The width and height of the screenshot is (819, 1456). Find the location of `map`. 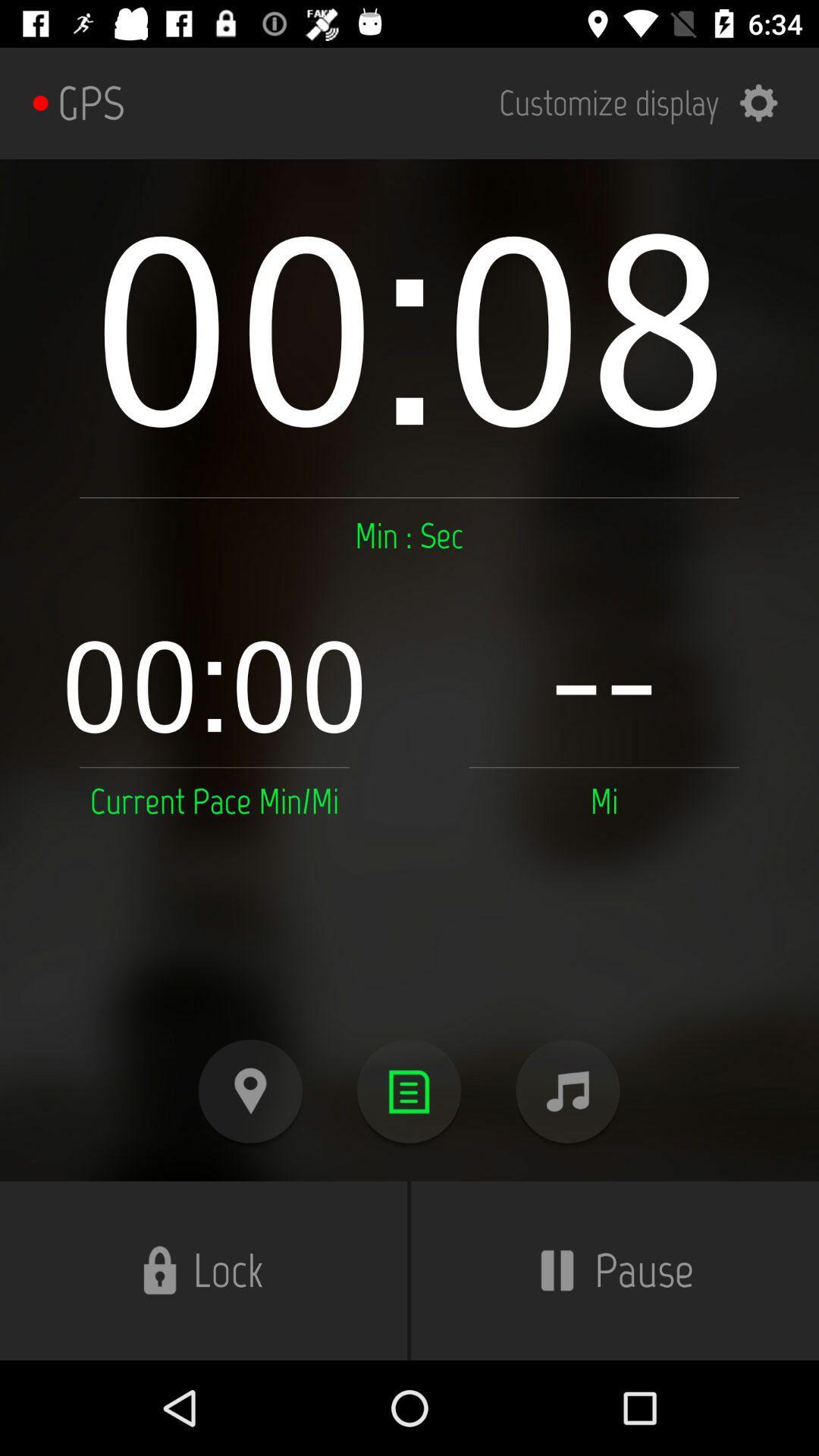

map is located at coordinates (249, 1090).